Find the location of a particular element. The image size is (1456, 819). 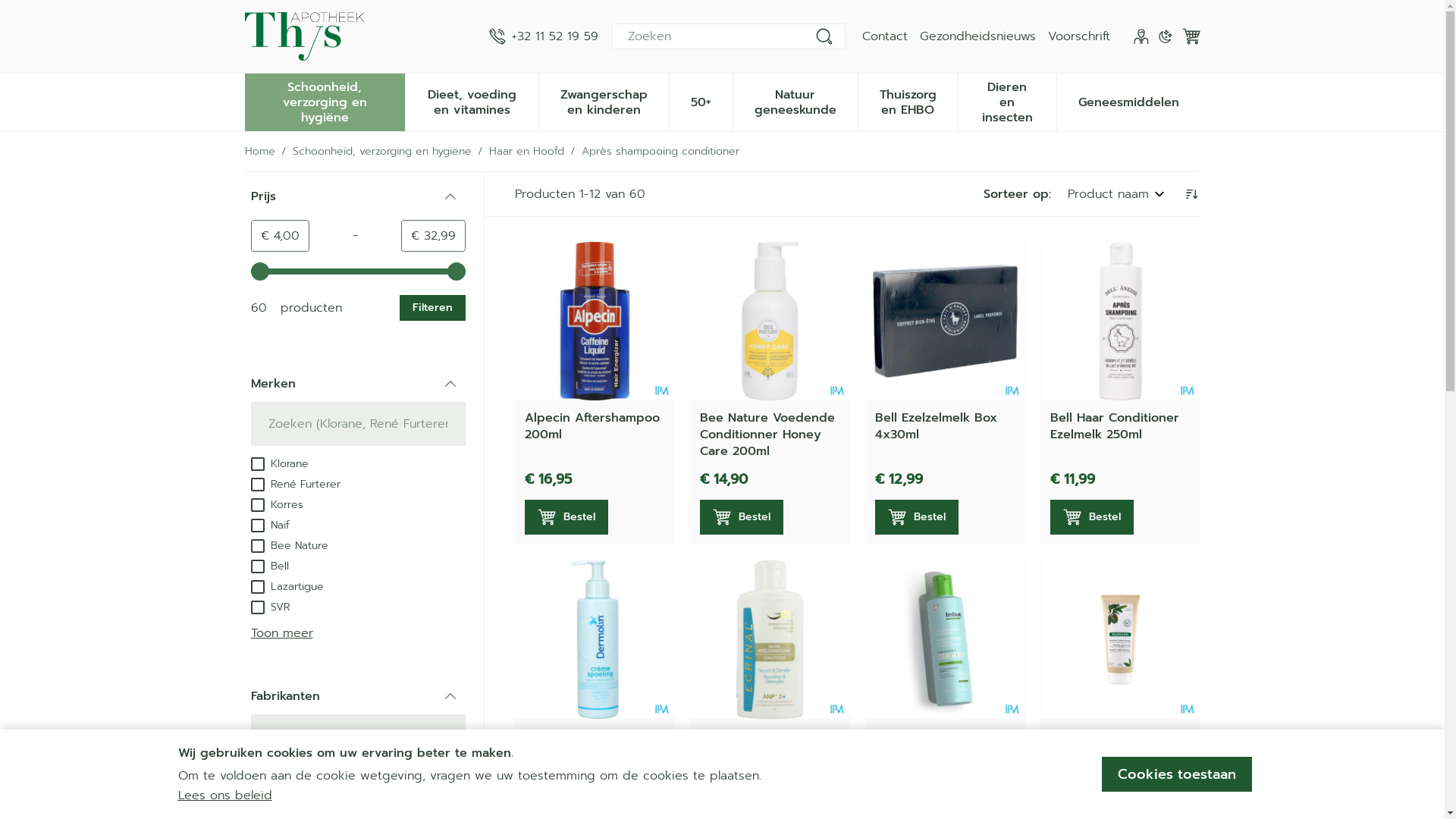

'Filteren' is located at coordinates (431, 307).